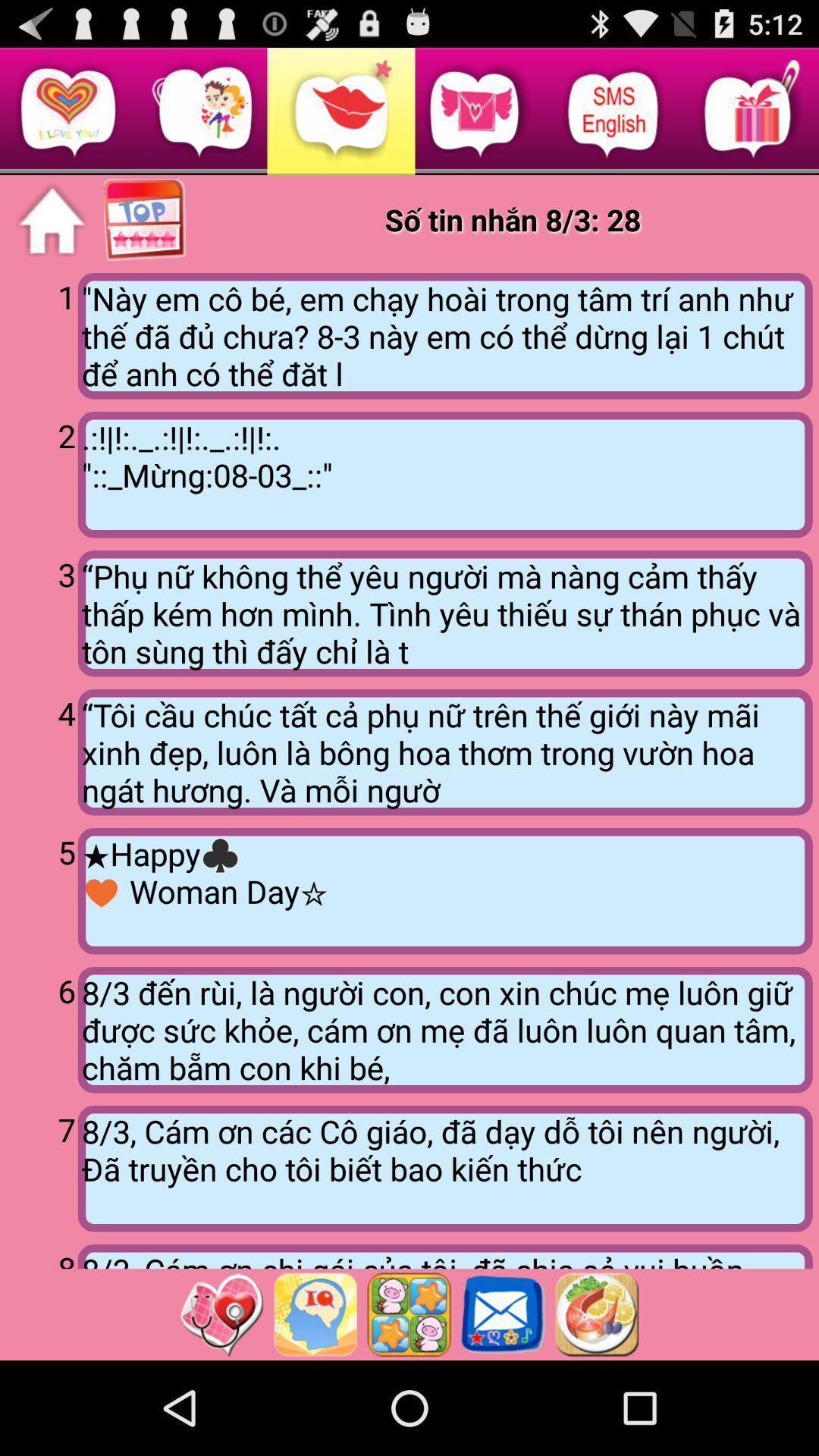 The width and height of the screenshot is (819, 1456). I want to click on advertisent page, so click(314, 1313).